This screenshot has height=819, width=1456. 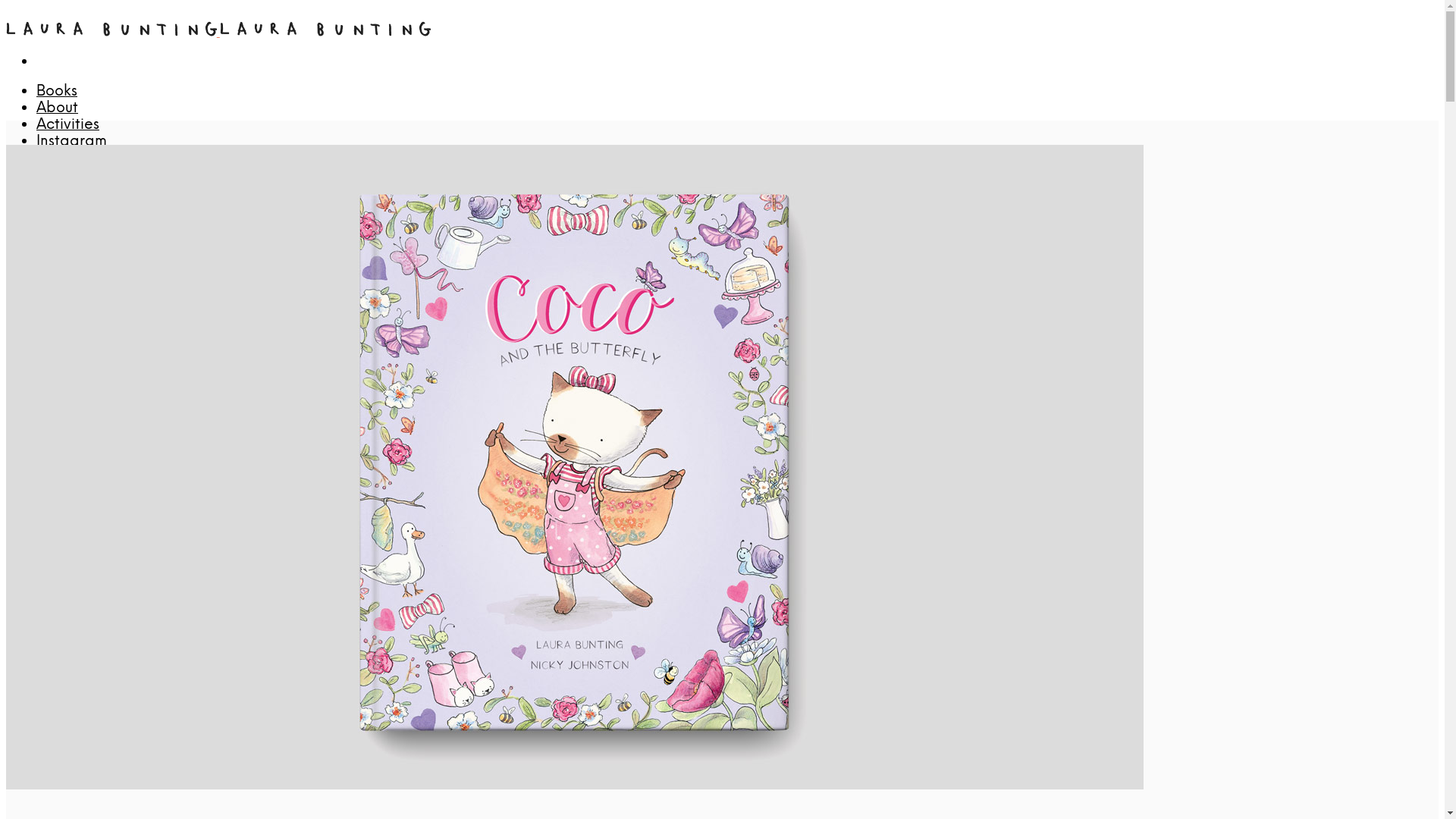 What do you see at coordinates (71, 141) in the screenshot?
I see `'Instagram'` at bounding box center [71, 141].